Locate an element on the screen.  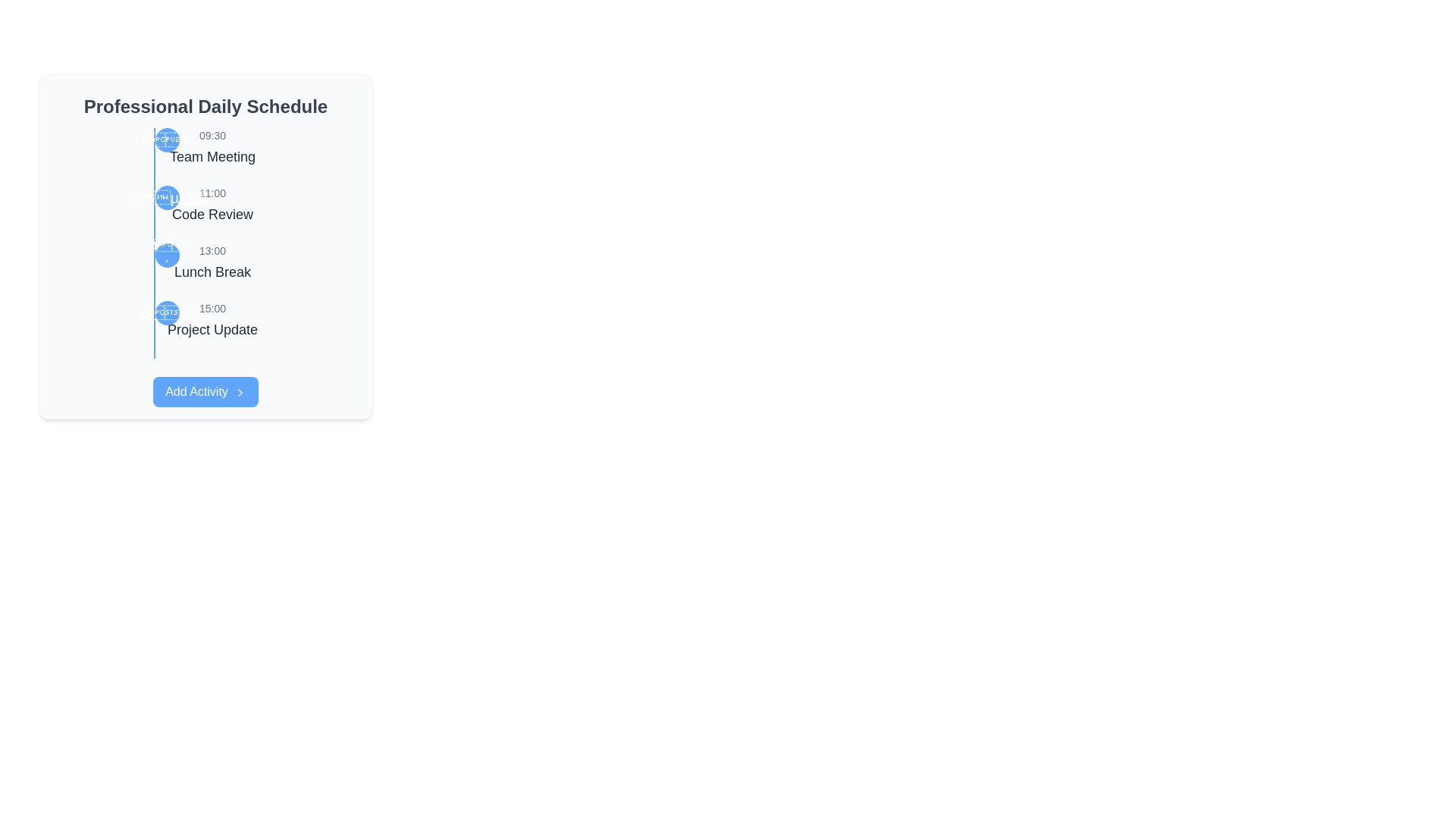
the Text label that describes the scheduled event occurring at '15:00' in the timeline of the 'Professional Daily Schedule' card is located at coordinates (212, 329).